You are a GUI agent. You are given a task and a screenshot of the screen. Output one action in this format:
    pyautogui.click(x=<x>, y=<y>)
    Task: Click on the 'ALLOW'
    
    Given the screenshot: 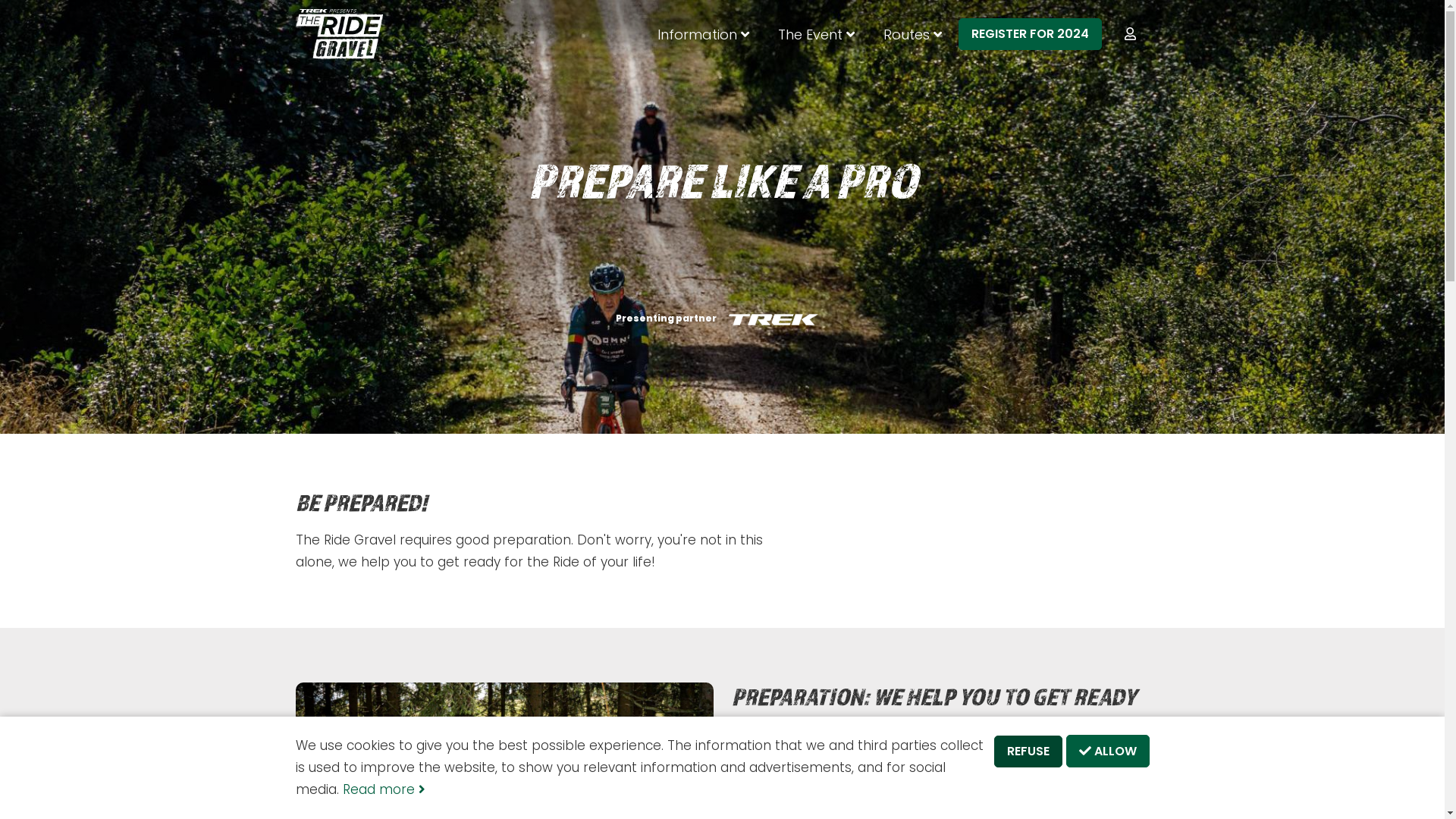 What is the action you would take?
    pyautogui.click(x=1065, y=751)
    